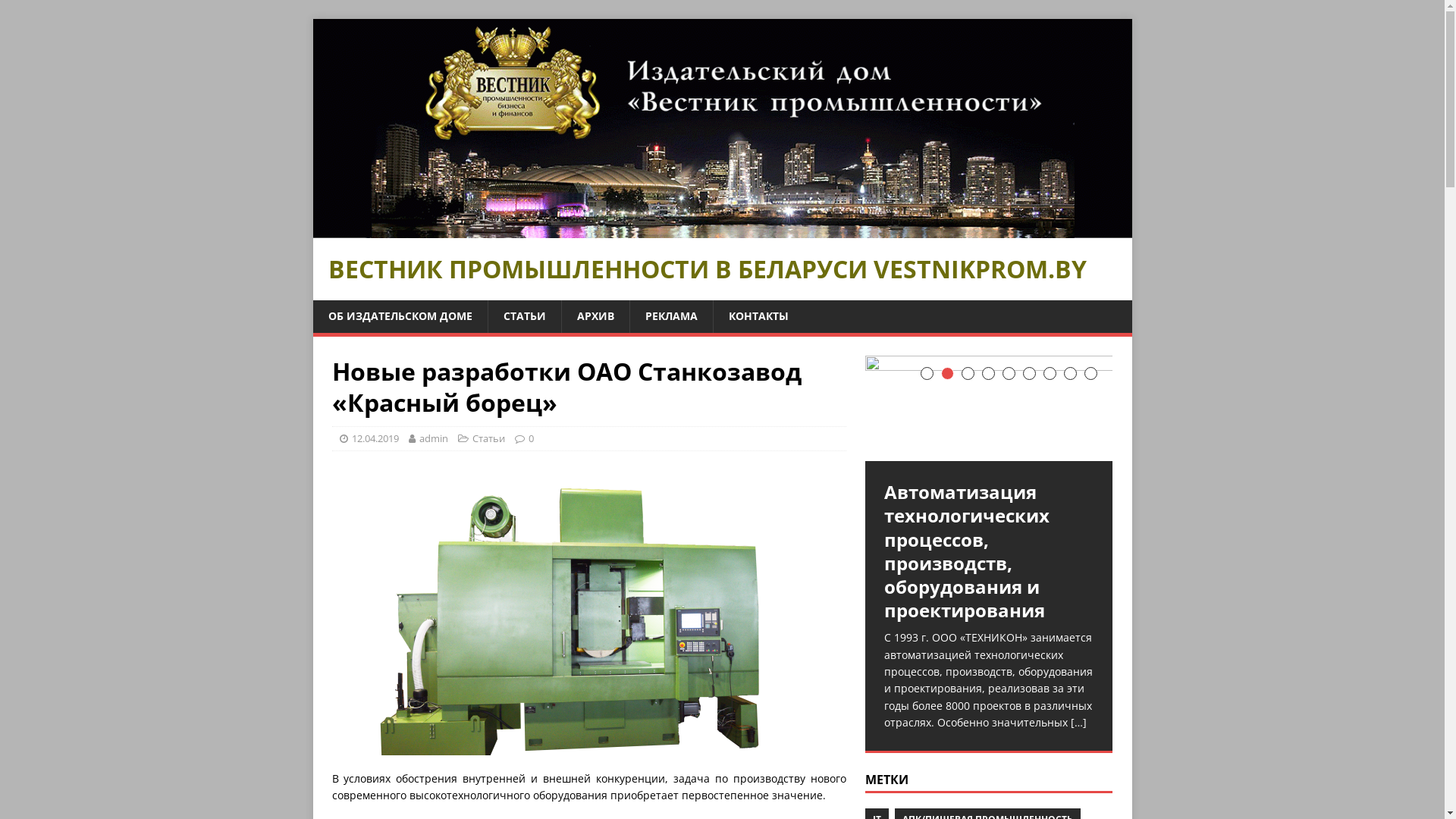 The width and height of the screenshot is (1456, 819). What do you see at coordinates (946, 373) in the screenshot?
I see `'2'` at bounding box center [946, 373].